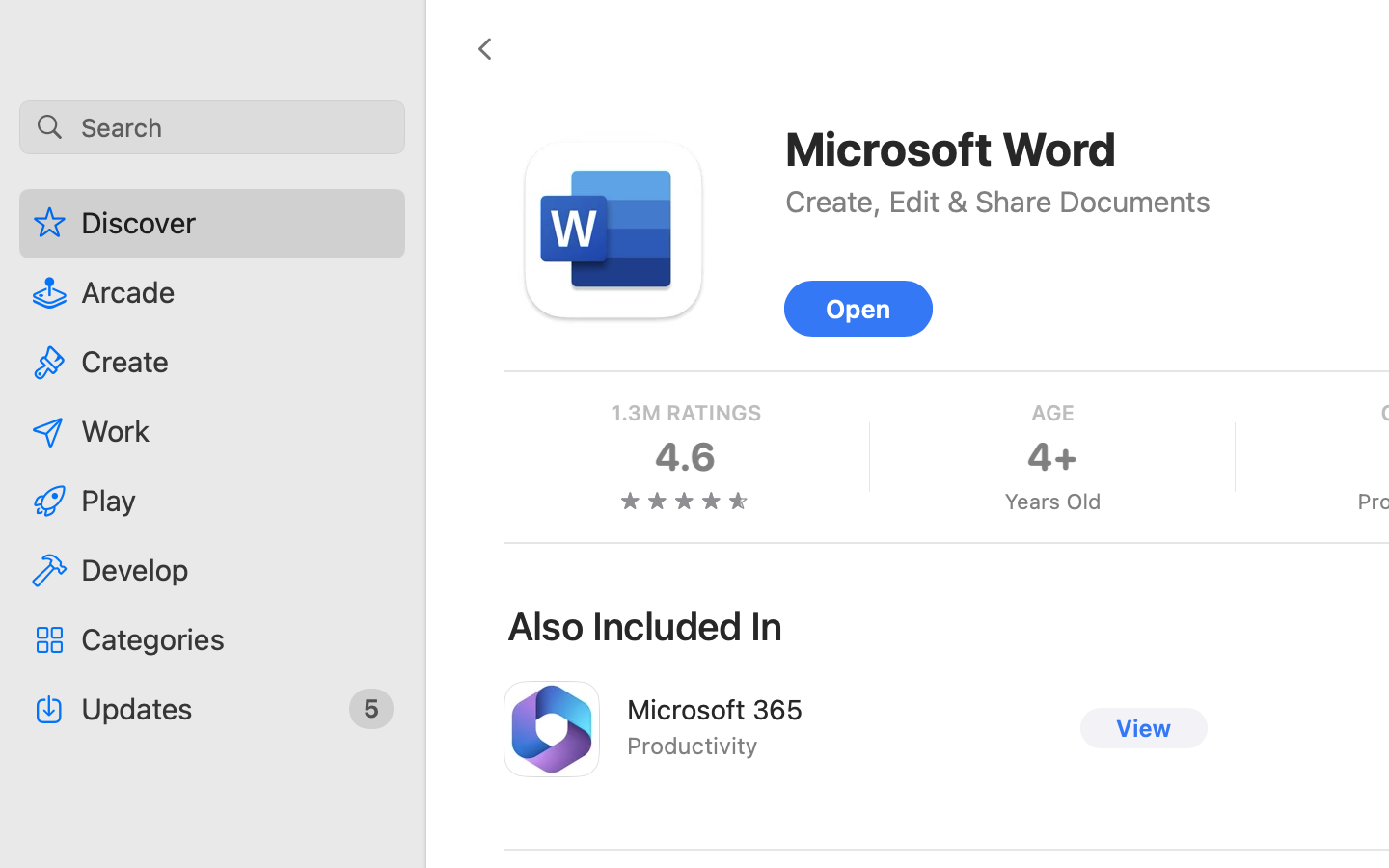 The width and height of the screenshot is (1389, 868). I want to click on 'four and three quarters stars', so click(686, 500).